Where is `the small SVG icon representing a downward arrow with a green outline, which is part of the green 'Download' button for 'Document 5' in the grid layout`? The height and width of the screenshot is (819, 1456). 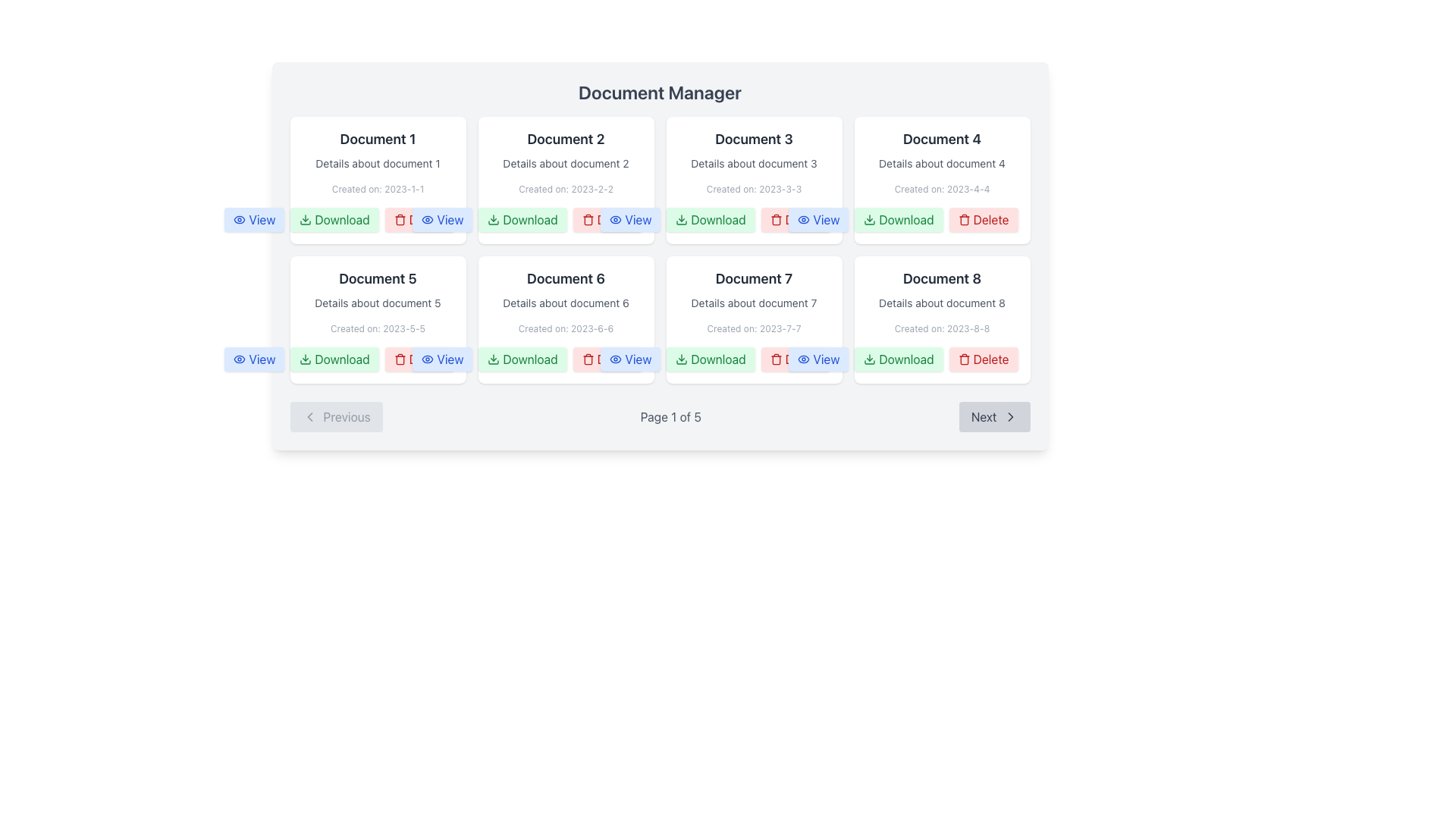 the small SVG icon representing a downward arrow with a green outline, which is part of the green 'Download' button for 'Document 5' in the grid layout is located at coordinates (305, 359).